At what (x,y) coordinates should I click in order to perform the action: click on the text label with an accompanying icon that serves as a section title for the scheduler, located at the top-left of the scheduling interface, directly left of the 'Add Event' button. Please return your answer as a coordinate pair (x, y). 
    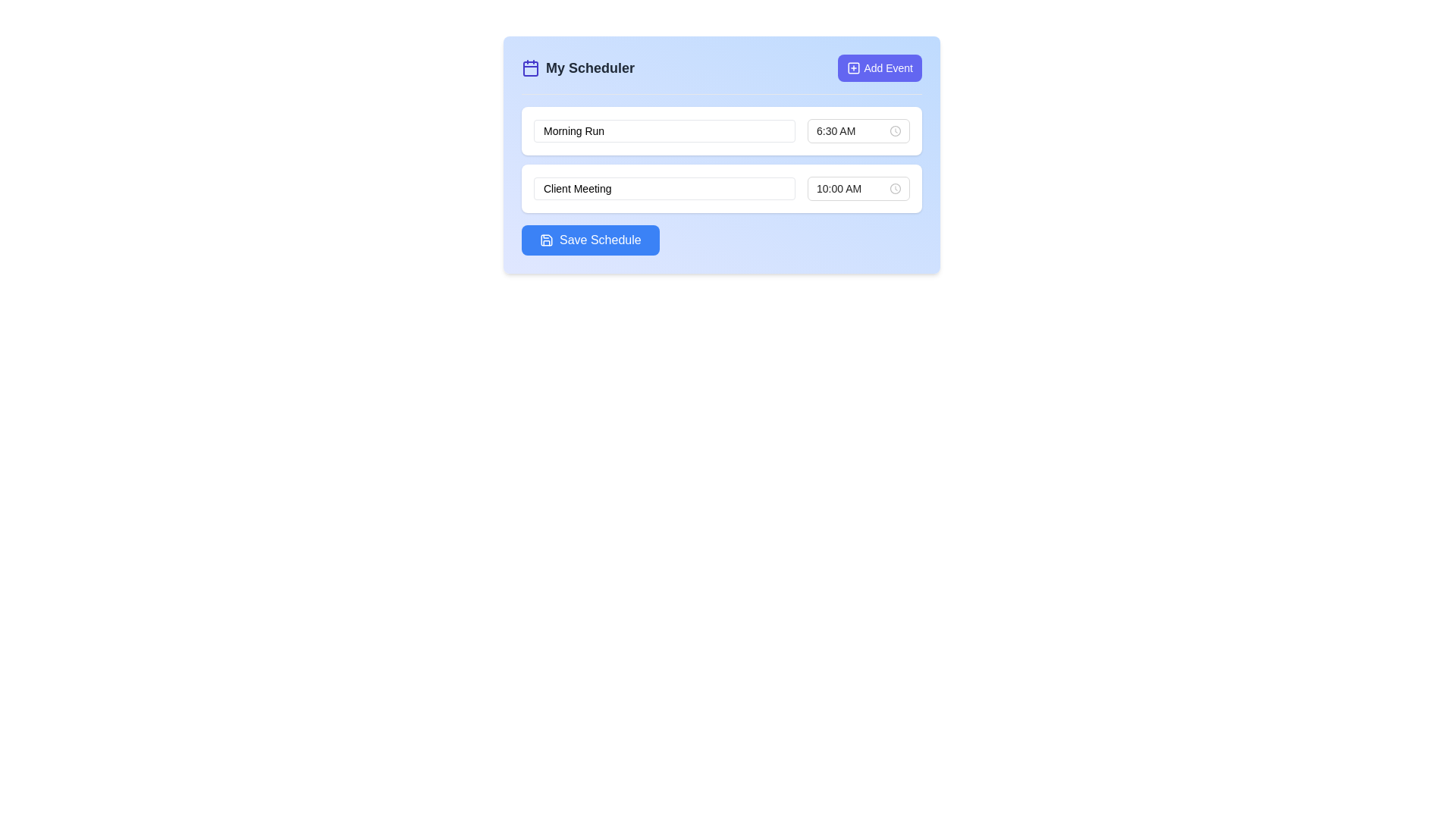
    Looking at the image, I should click on (577, 67).